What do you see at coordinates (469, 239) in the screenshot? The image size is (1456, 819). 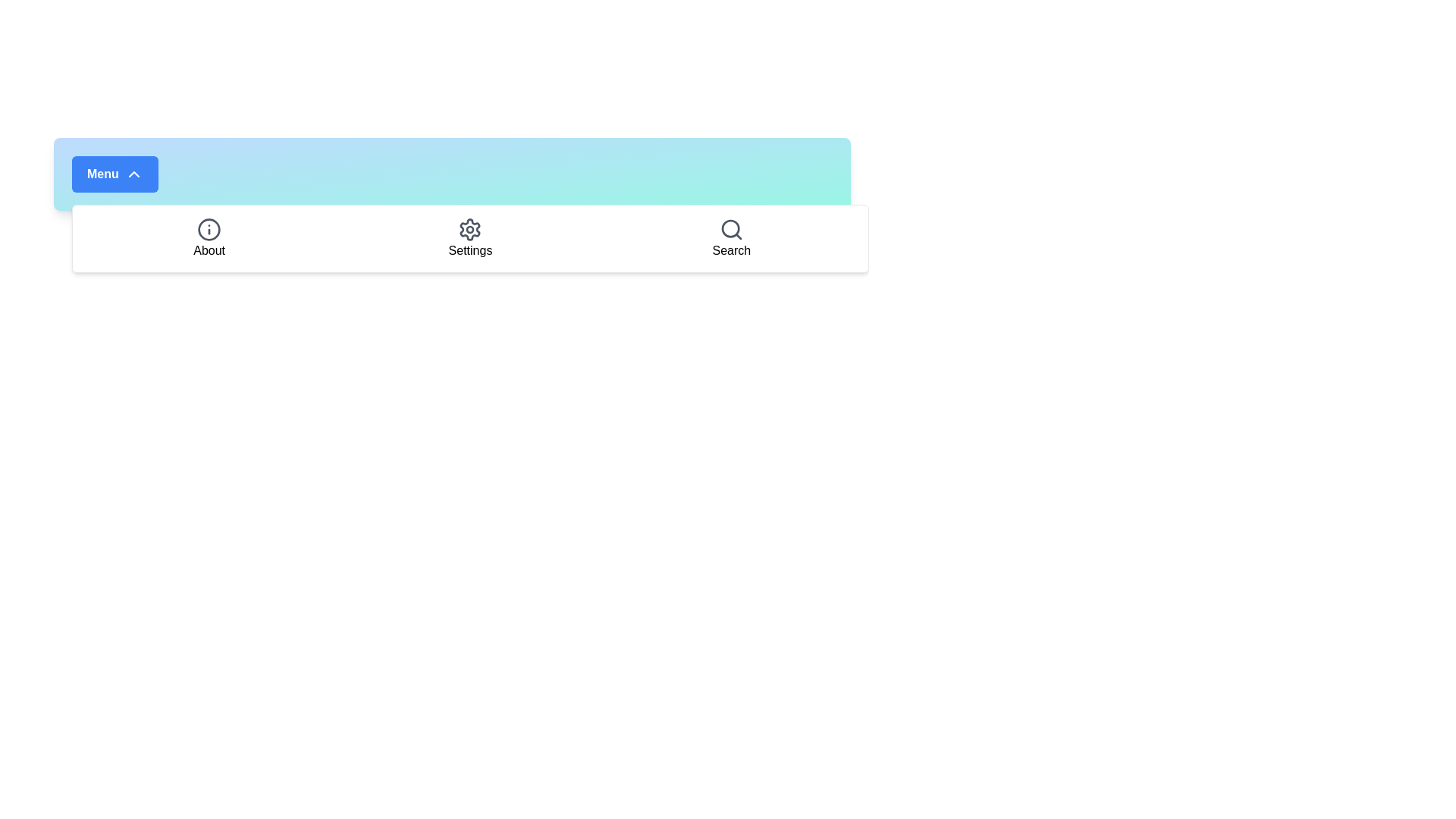 I see `the 'Settings' menu item` at bounding box center [469, 239].